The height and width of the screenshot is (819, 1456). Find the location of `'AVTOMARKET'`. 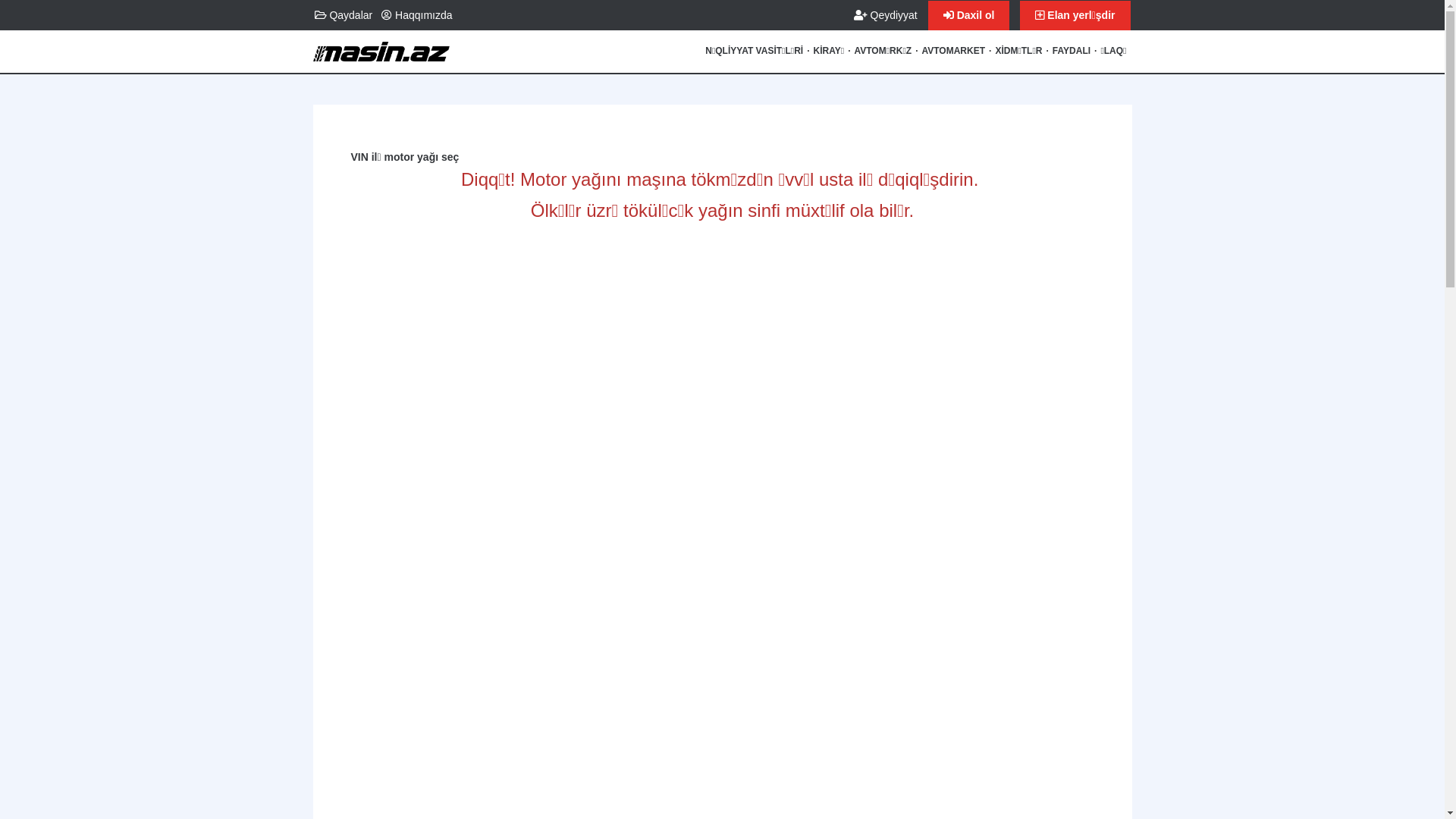

'AVTOMARKET' is located at coordinates (952, 51).